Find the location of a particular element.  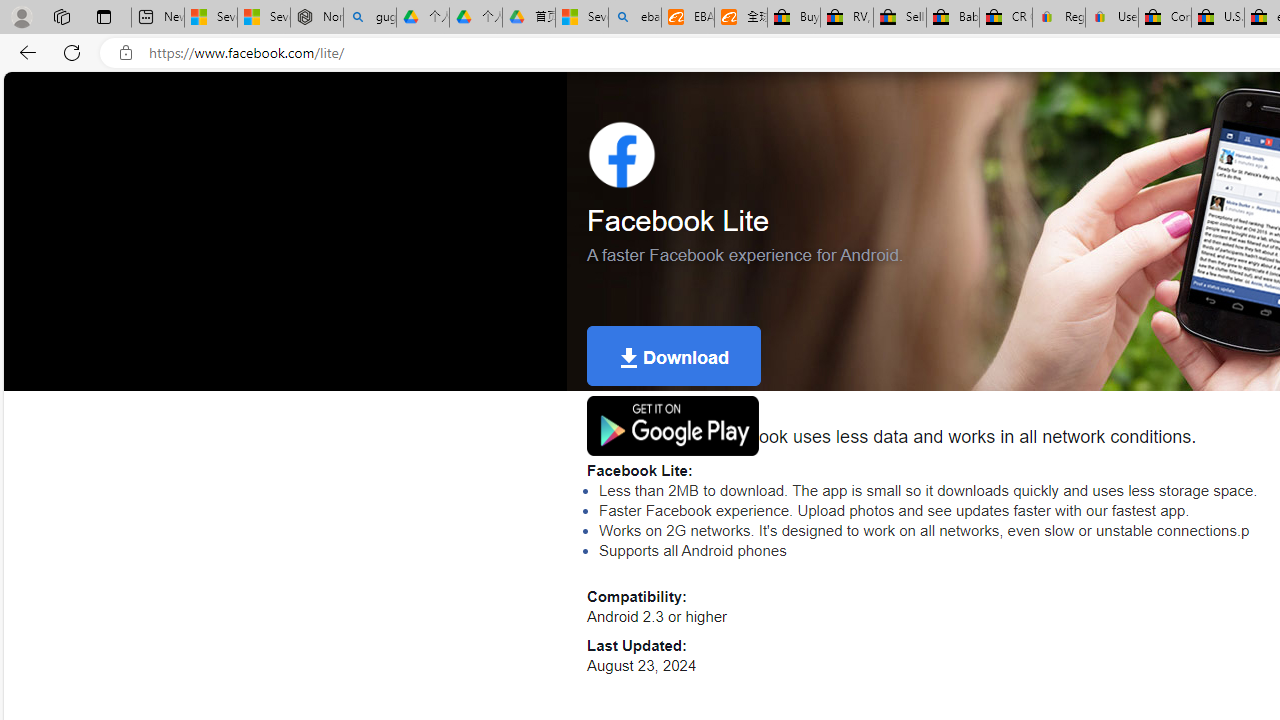

'New tab' is located at coordinates (157, 17).